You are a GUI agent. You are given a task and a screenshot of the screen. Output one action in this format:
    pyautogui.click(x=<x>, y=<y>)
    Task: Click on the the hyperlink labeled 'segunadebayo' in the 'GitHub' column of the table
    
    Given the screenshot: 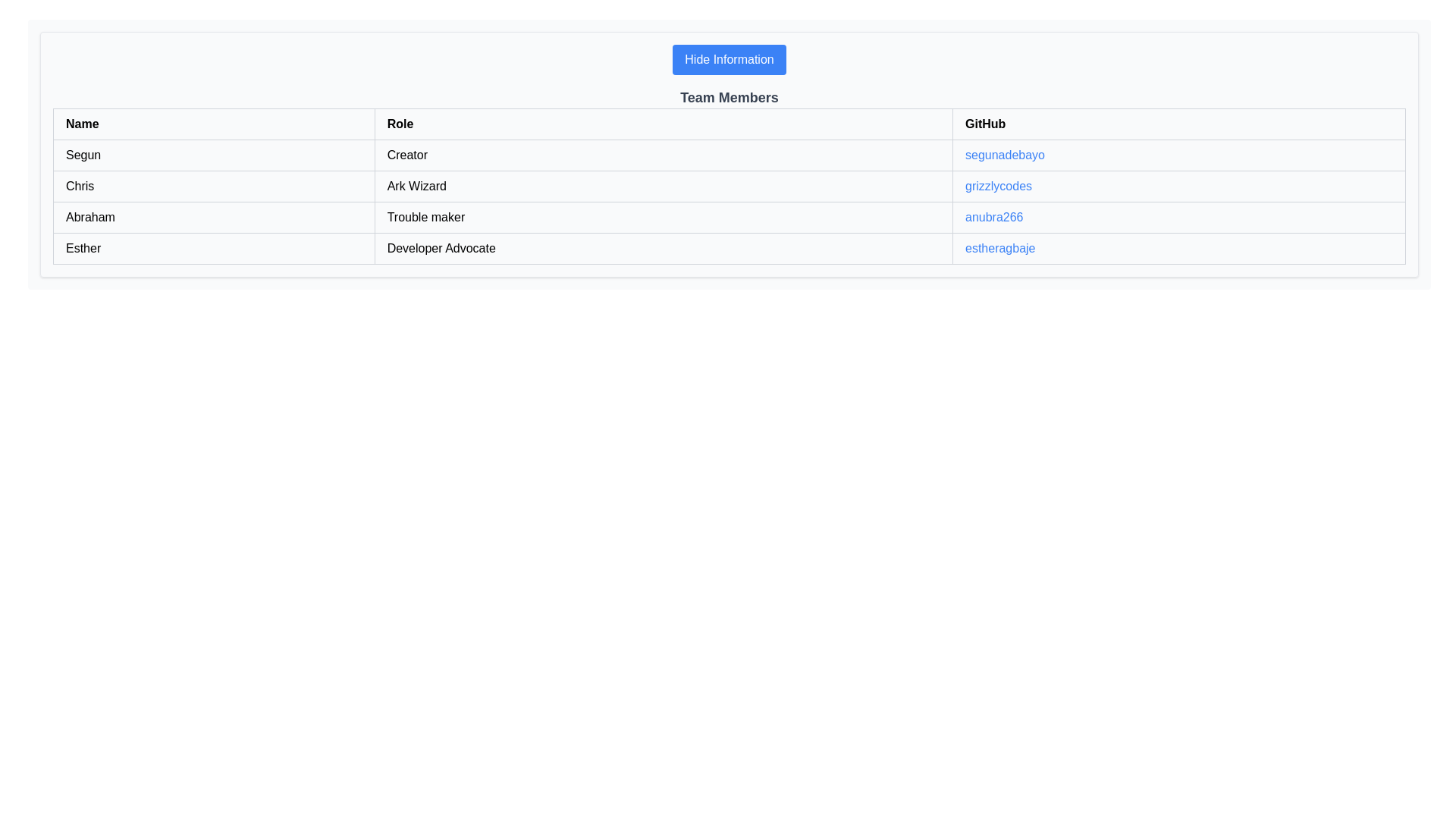 What is the action you would take?
    pyautogui.click(x=1178, y=155)
    